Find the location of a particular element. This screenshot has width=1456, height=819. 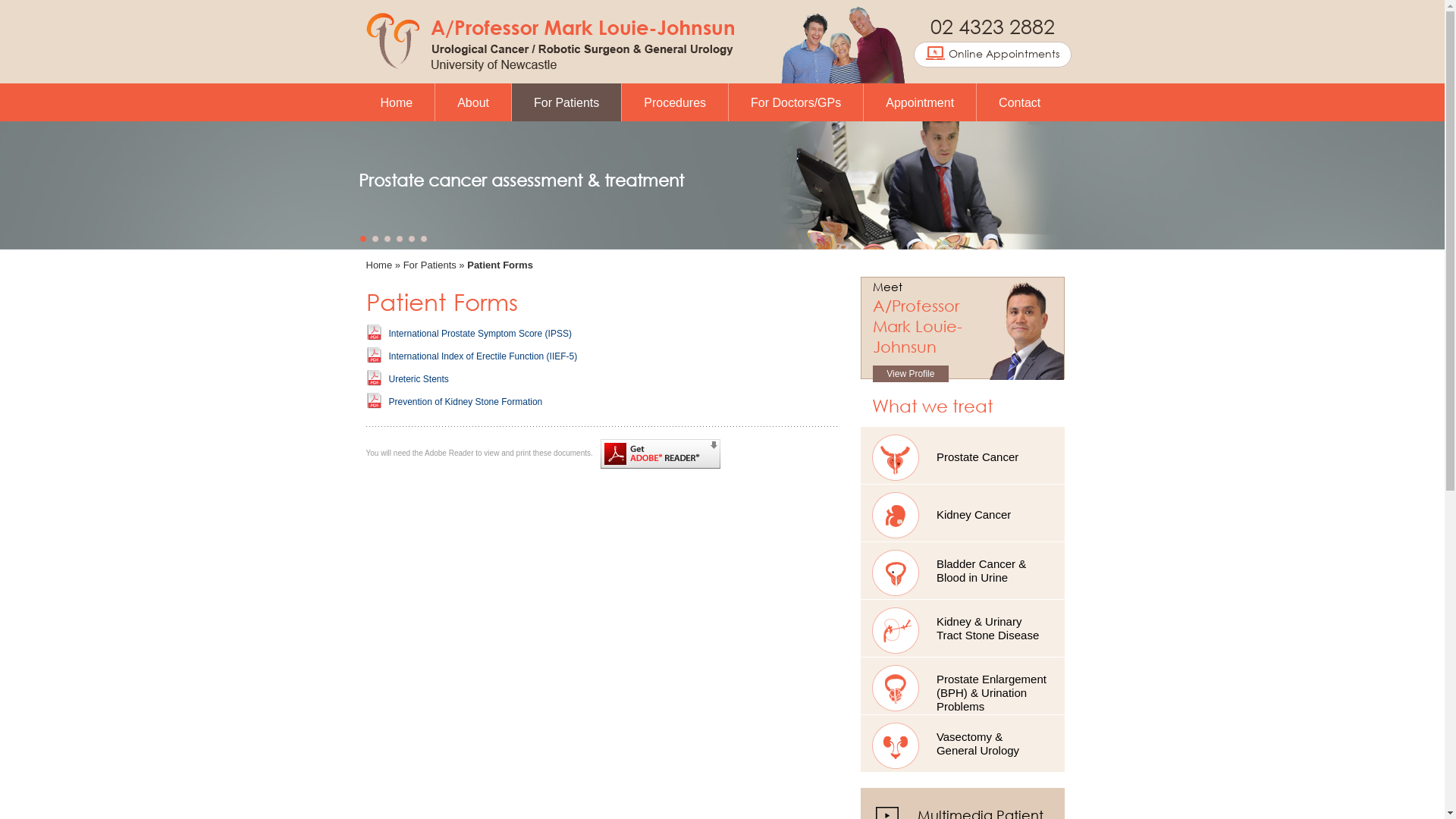

'What we treat' is located at coordinates (872, 404).